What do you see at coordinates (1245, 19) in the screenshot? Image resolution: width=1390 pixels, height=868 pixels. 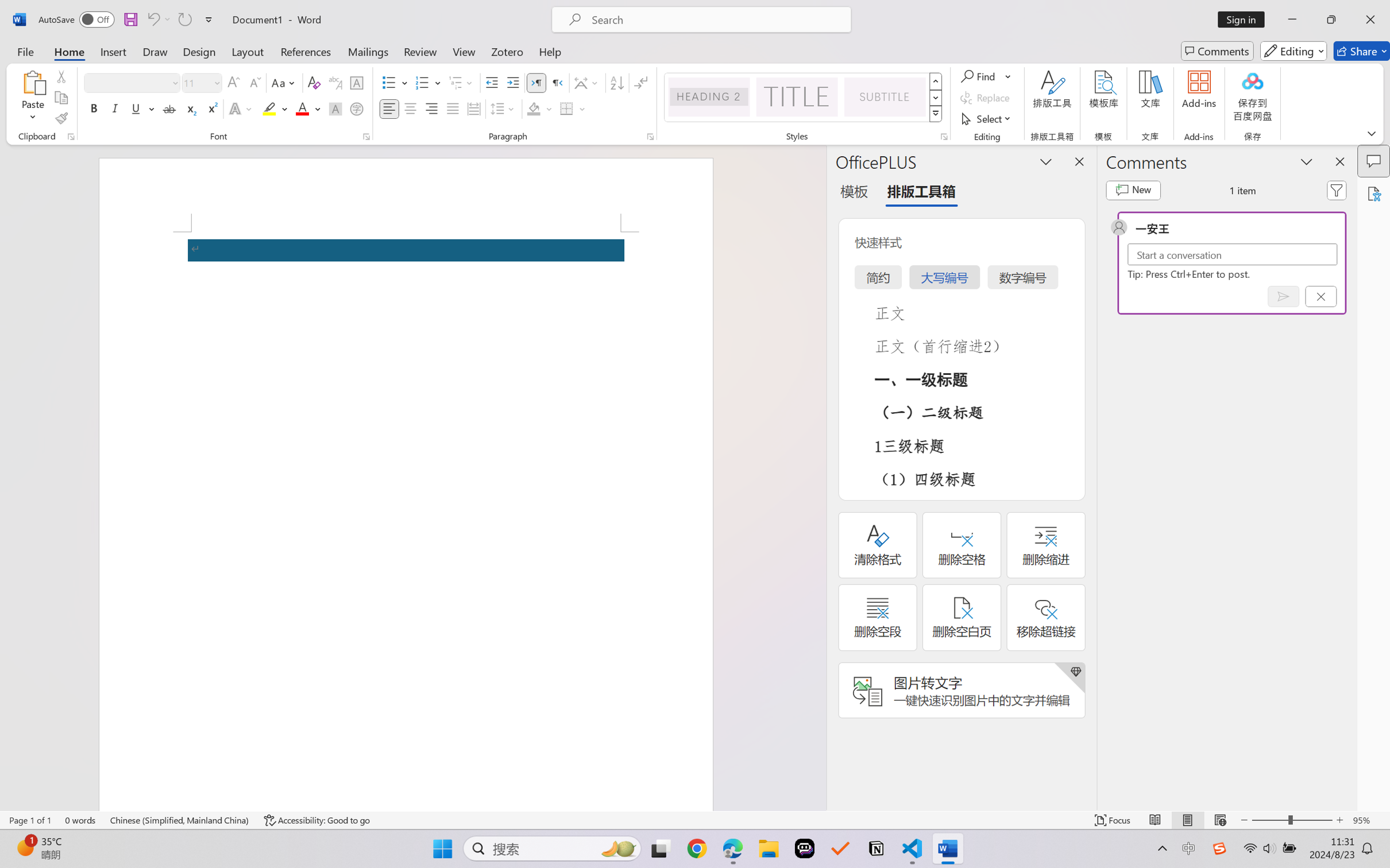 I see `'Sign in'` at bounding box center [1245, 19].